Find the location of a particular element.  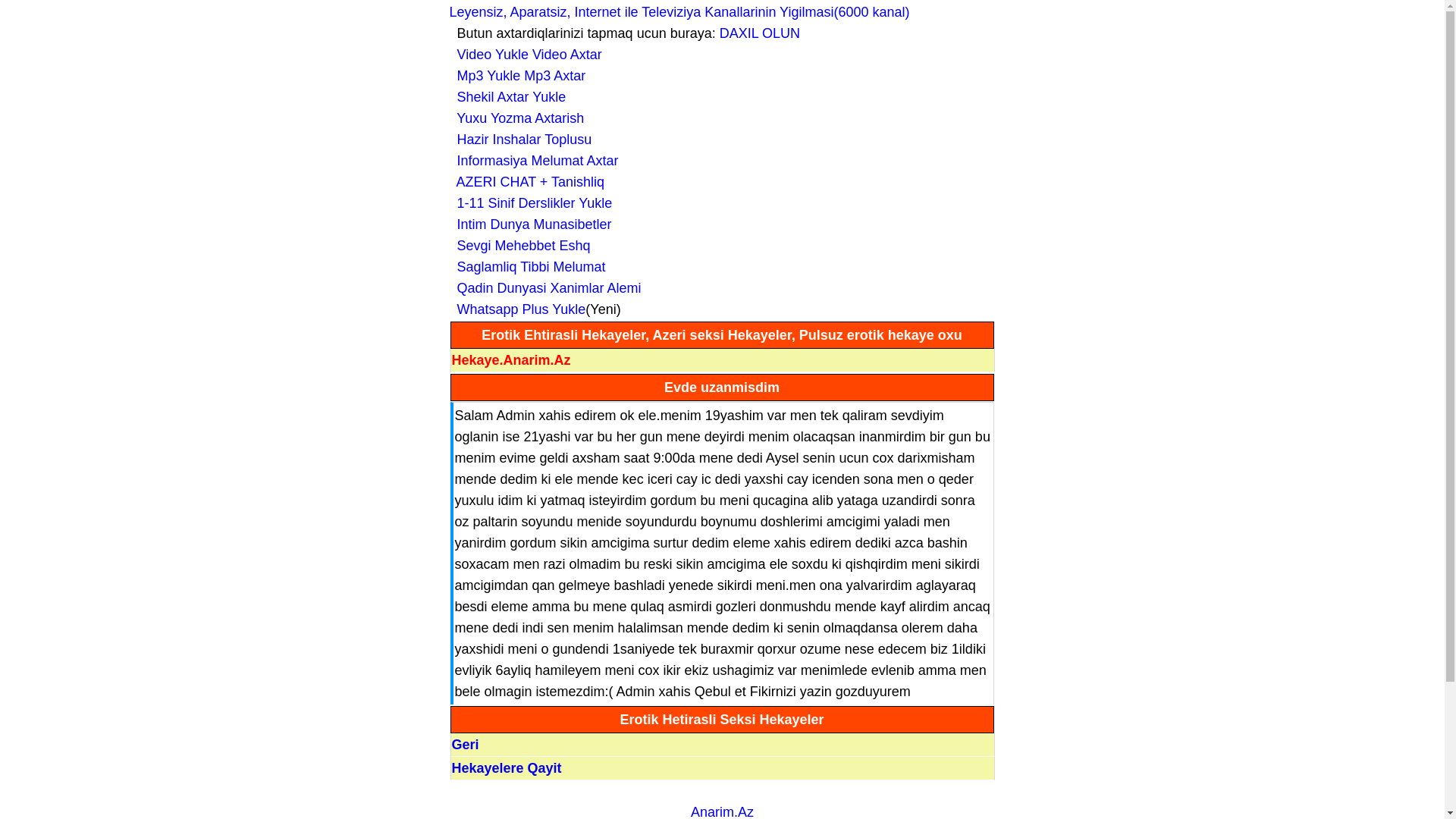

'  Shekil Axtar Yukle' is located at coordinates (447, 96).